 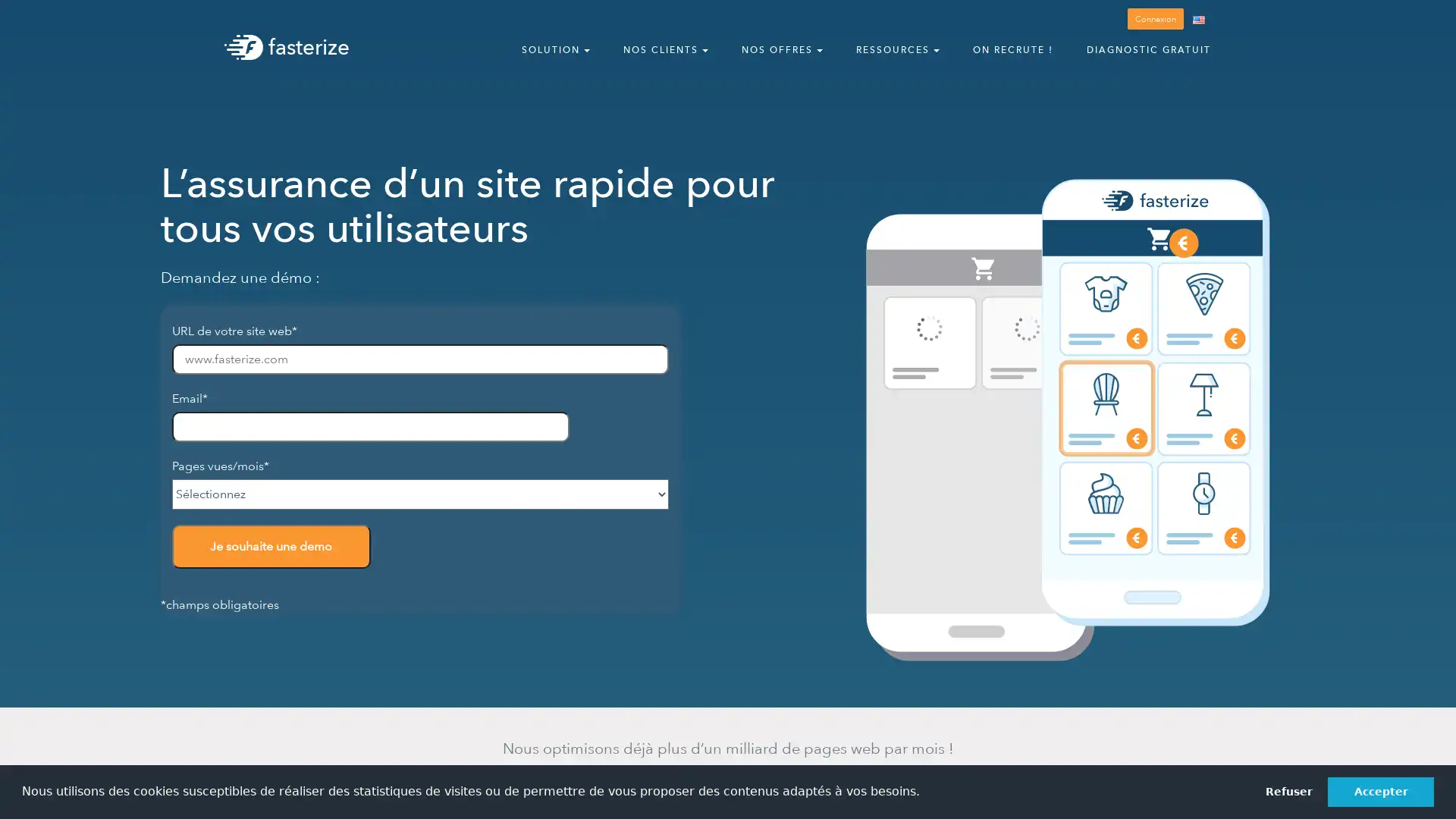 I want to click on Fermer, so click(x=1429, y=20).